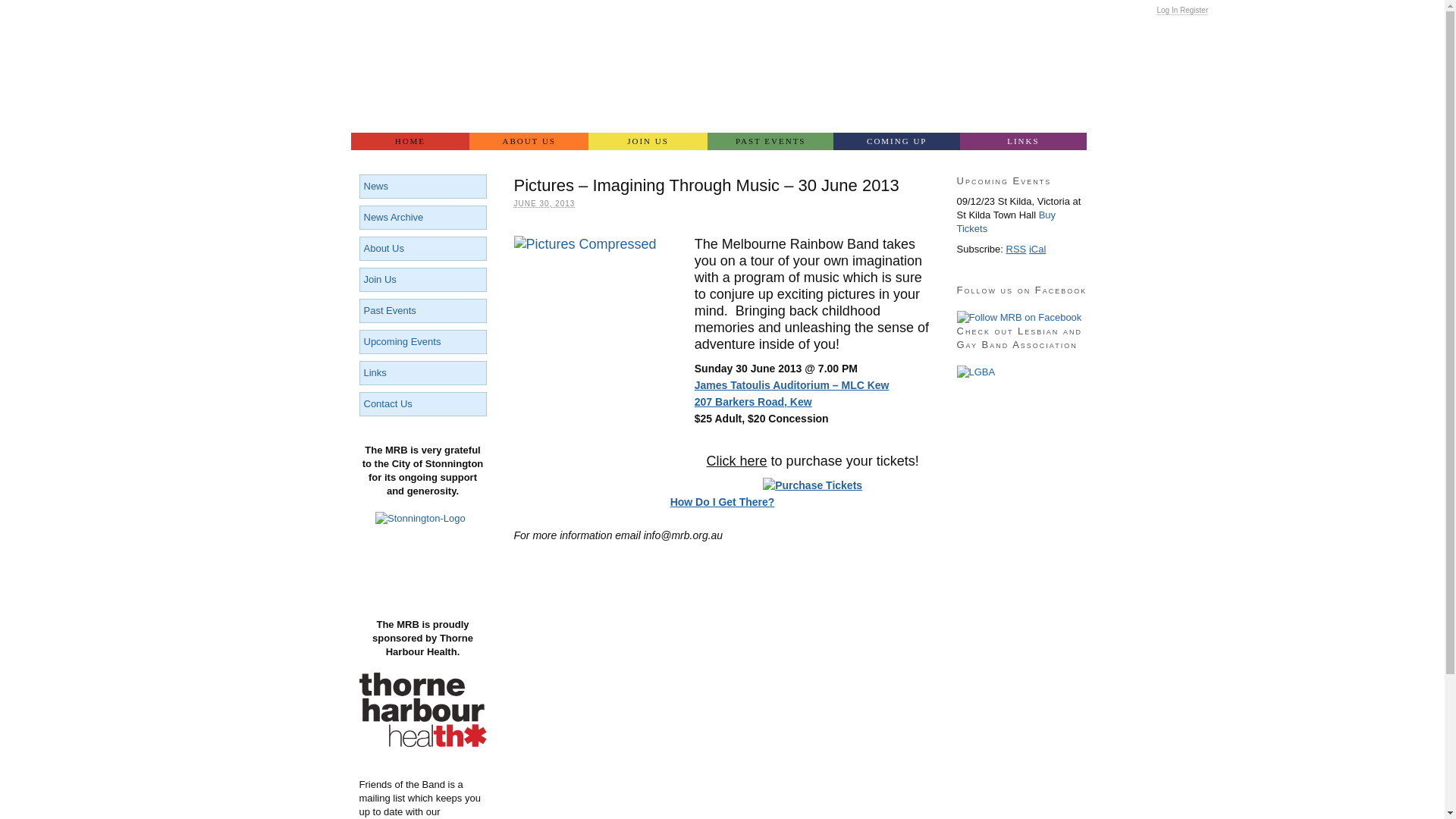 The width and height of the screenshot is (1456, 819). I want to click on 'About Us', so click(384, 247).